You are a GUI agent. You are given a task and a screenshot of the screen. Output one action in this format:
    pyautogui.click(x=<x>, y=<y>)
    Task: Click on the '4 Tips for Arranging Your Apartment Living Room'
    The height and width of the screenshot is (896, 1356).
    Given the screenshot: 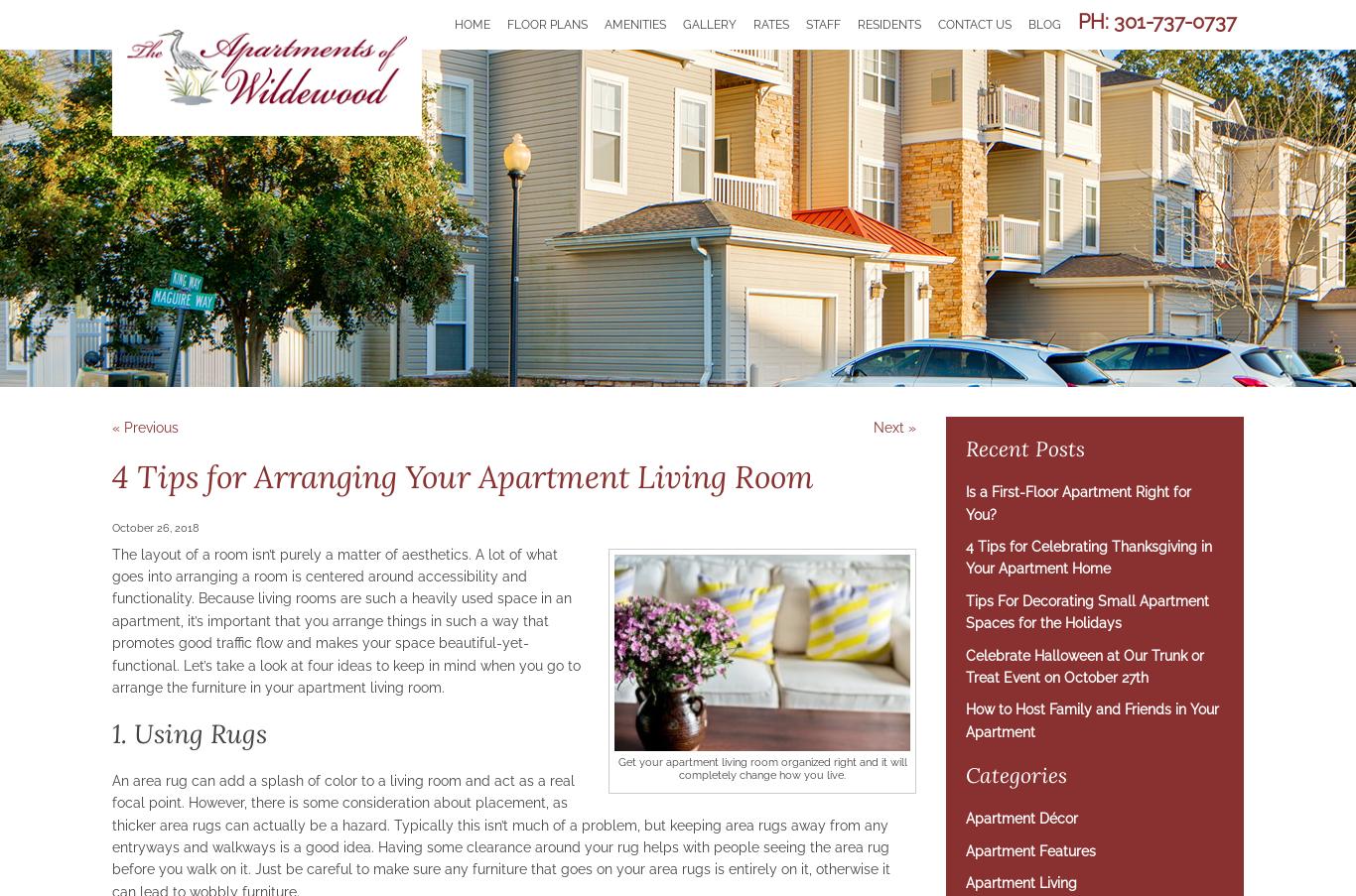 What is the action you would take?
    pyautogui.click(x=463, y=476)
    